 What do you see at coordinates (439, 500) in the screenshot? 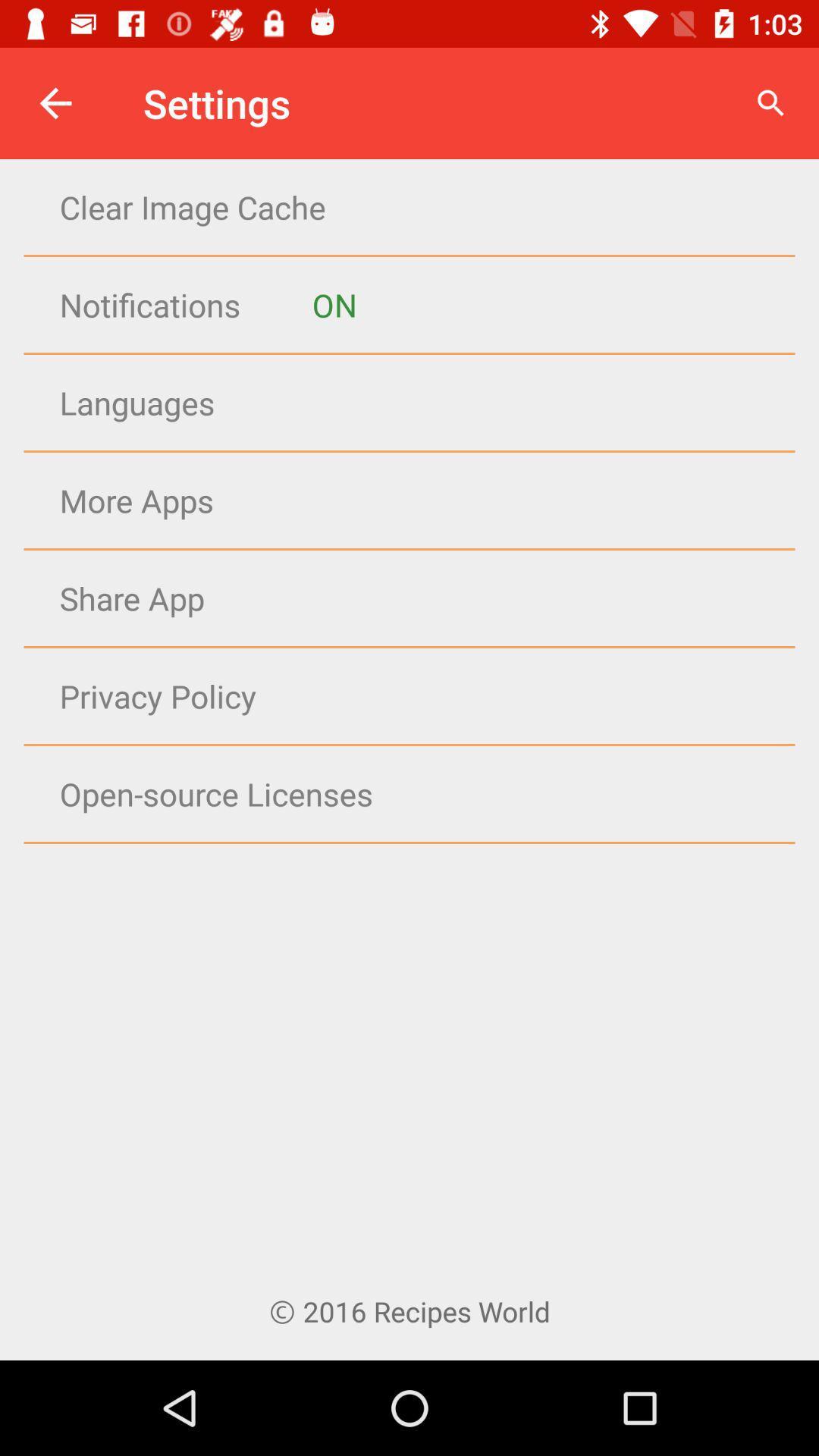
I see `the option above the share app` at bounding box center [439, 500].